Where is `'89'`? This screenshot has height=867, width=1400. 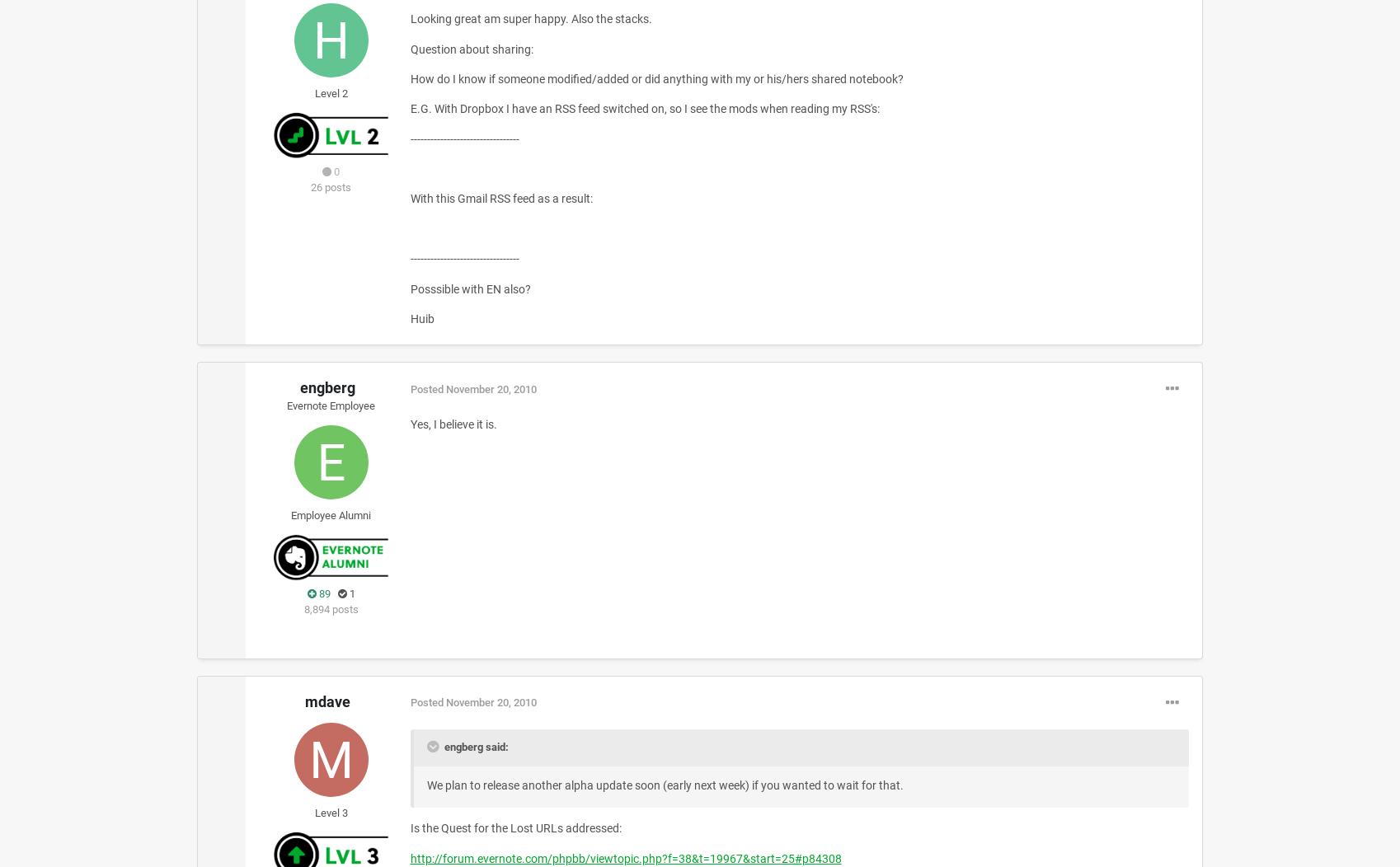 '89' is located at coordinates (322, 593).